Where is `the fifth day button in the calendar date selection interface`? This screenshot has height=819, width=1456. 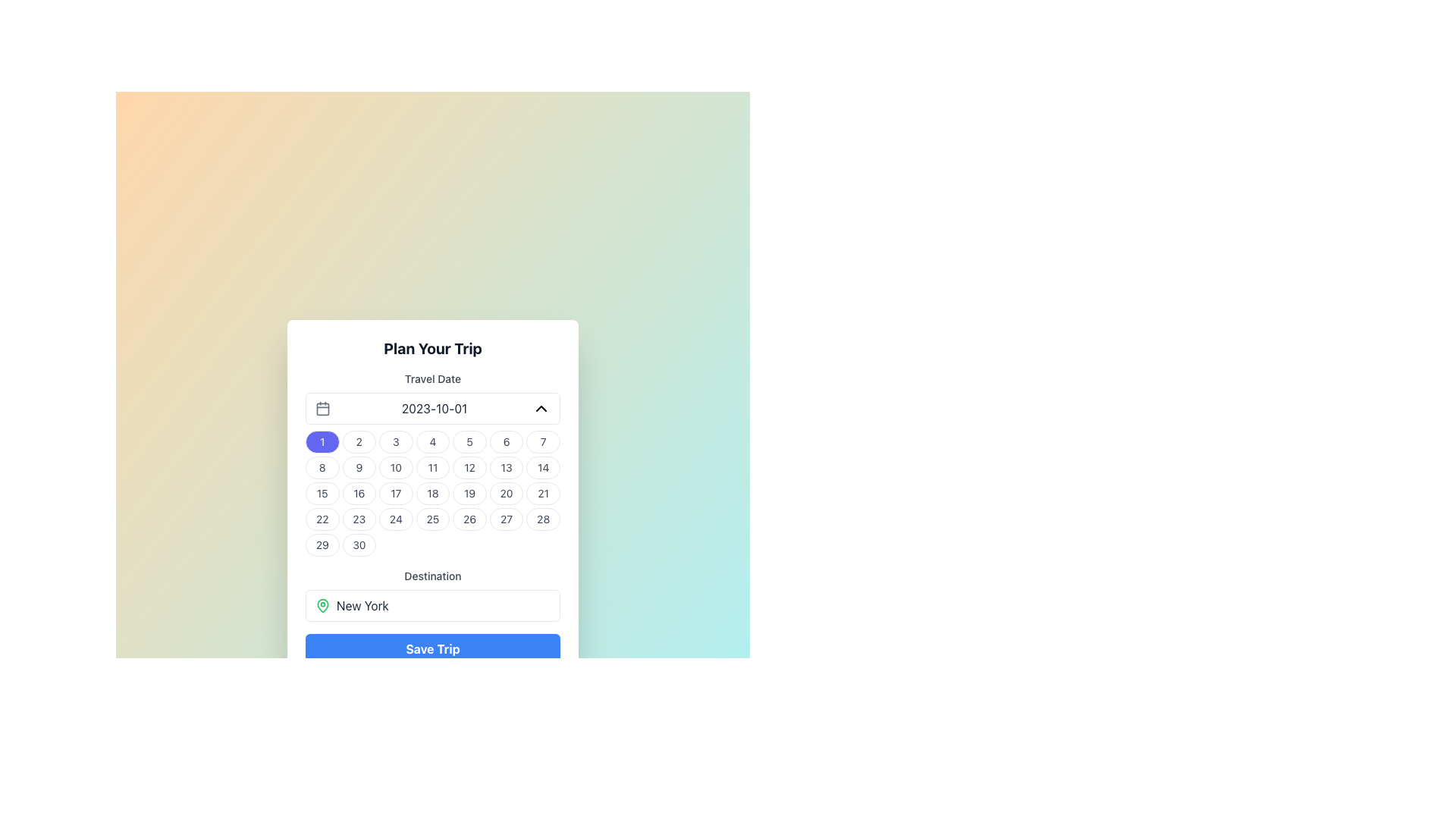 the fifth day button in the calendar date selection interface is located at coordinates (469, 441).